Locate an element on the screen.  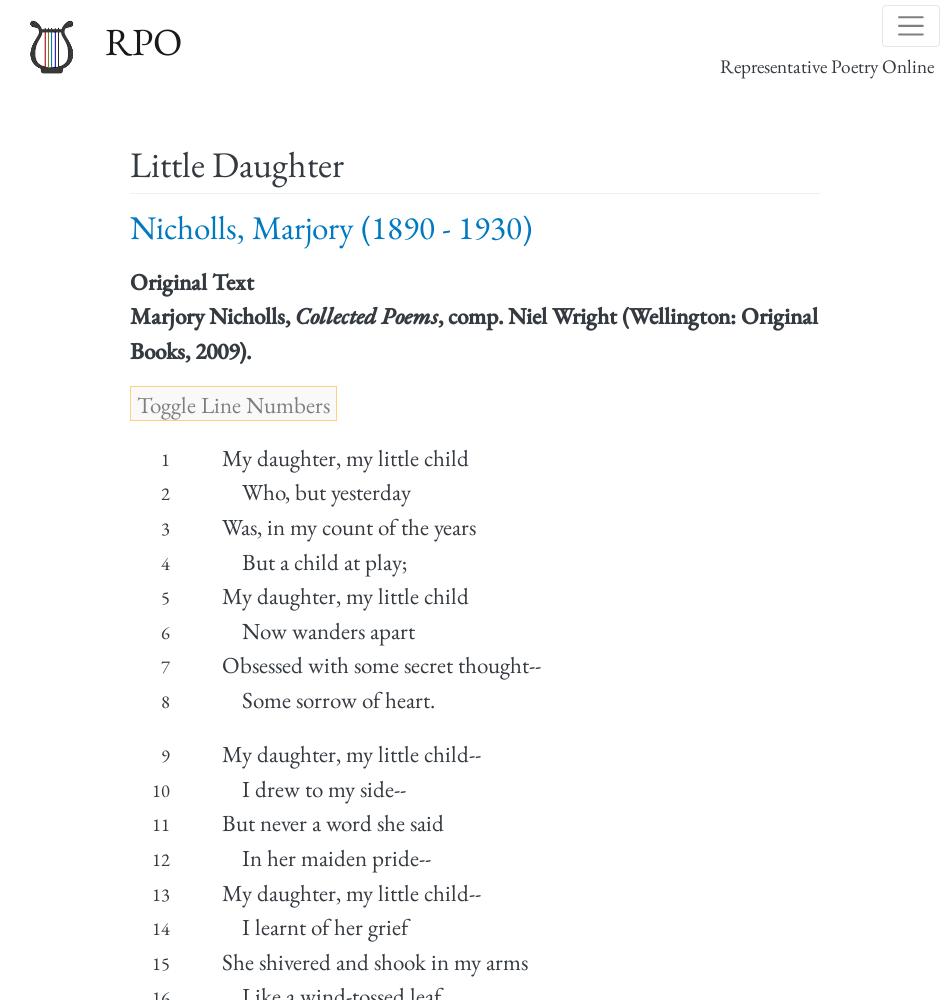
'9' is located at coordinates (165, 755).